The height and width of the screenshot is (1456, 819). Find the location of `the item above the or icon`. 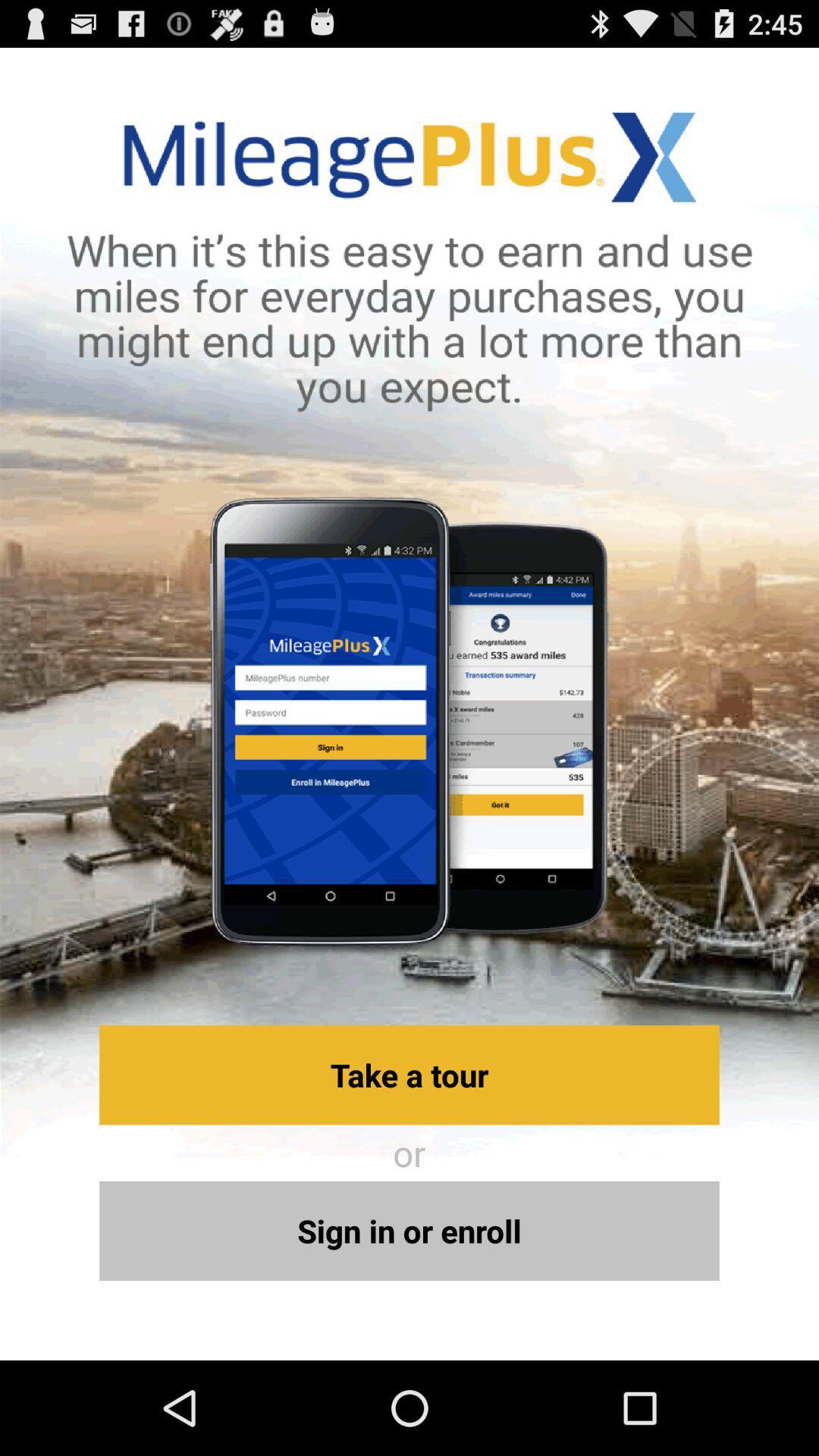

the item above the or icon is located at coordinates (409, 1074).